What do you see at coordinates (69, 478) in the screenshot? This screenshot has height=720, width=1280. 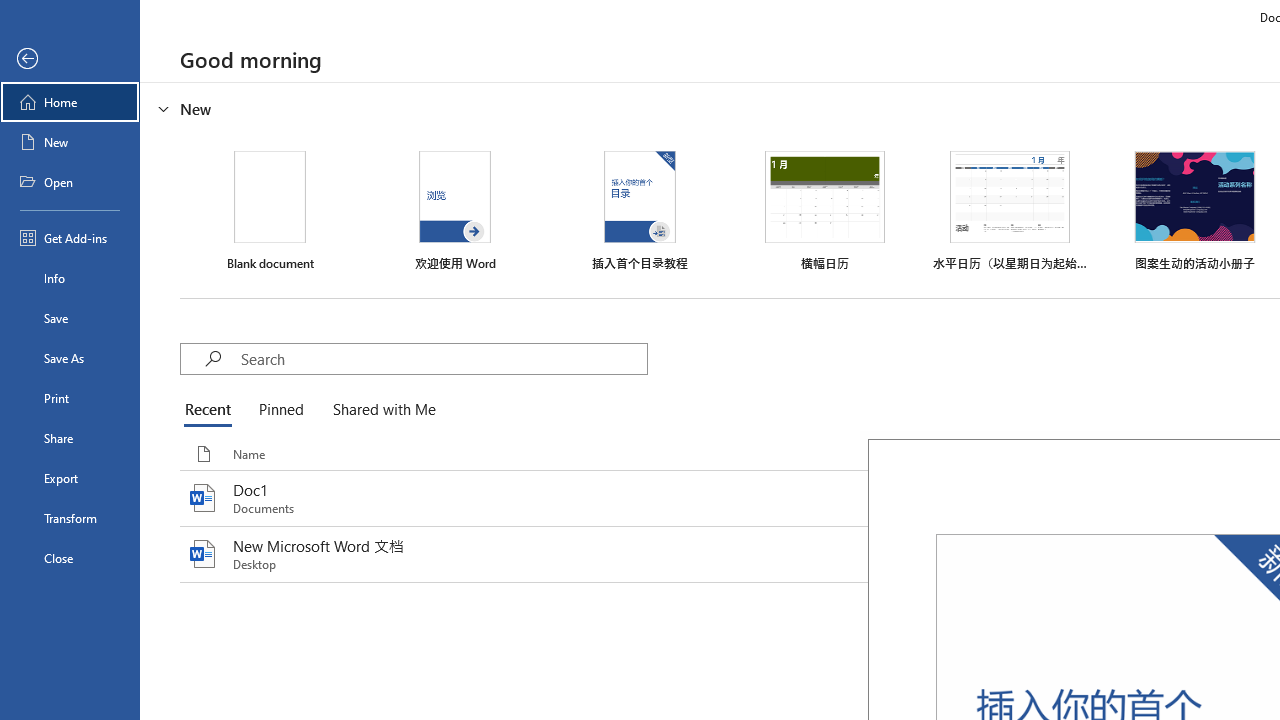 I see `'Export'` at bounding box center [69, 478].